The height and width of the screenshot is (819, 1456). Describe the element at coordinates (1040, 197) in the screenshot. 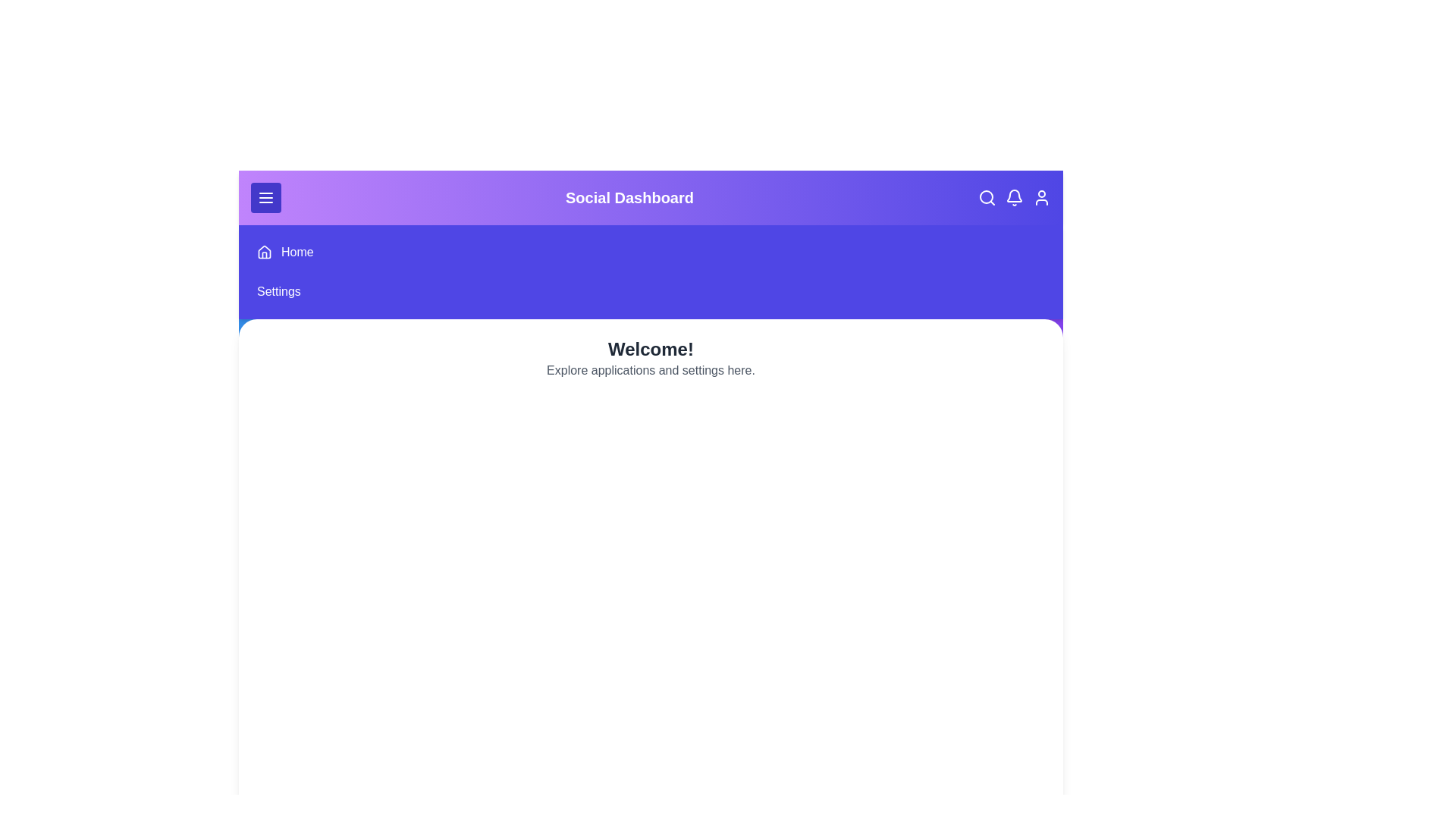

I see `the user icon in the app bar to view user profile options` at that location.